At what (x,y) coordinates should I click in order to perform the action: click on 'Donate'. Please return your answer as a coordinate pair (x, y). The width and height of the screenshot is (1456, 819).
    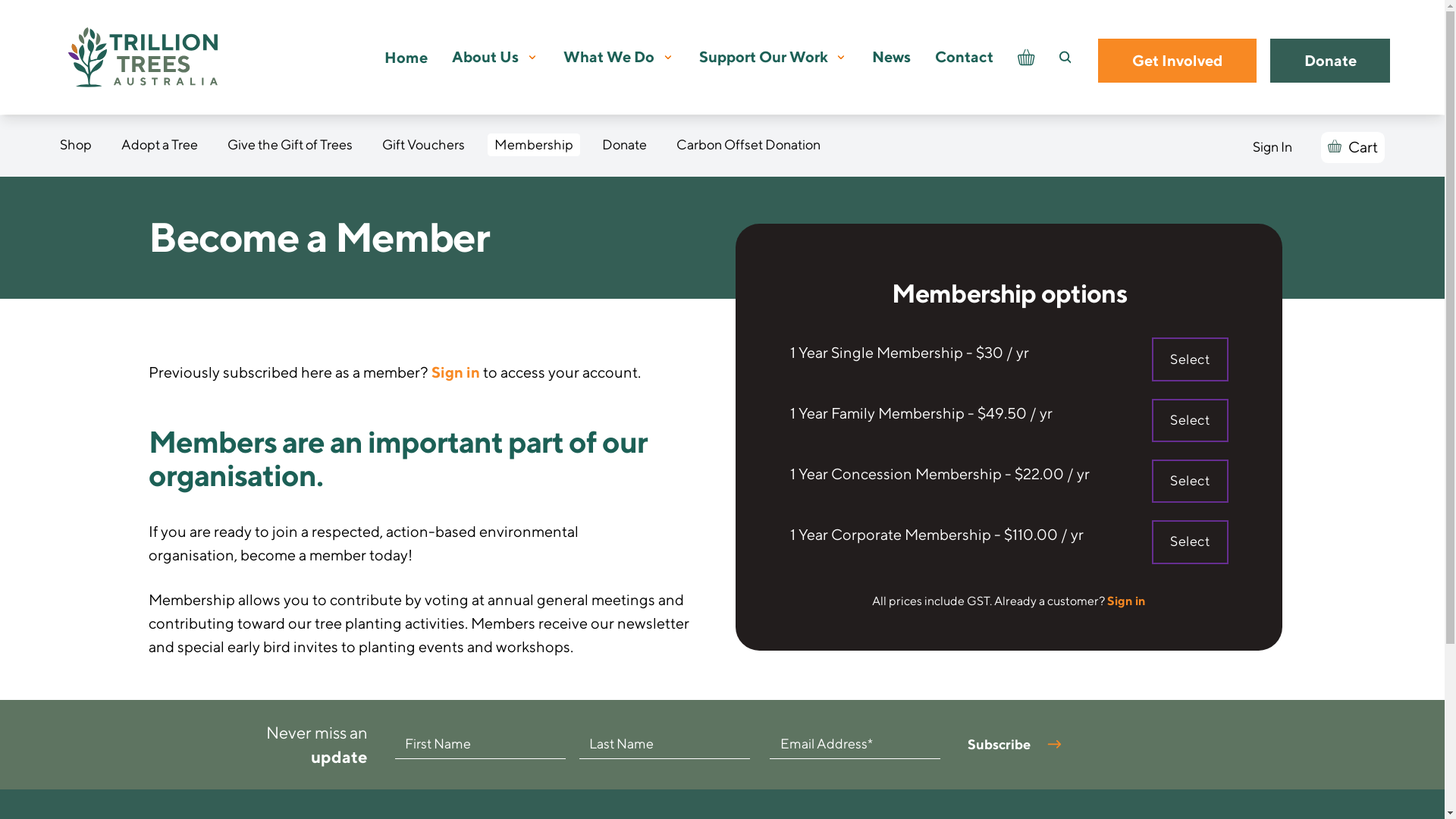
    Looking at the image, I should click on (1329, 60).